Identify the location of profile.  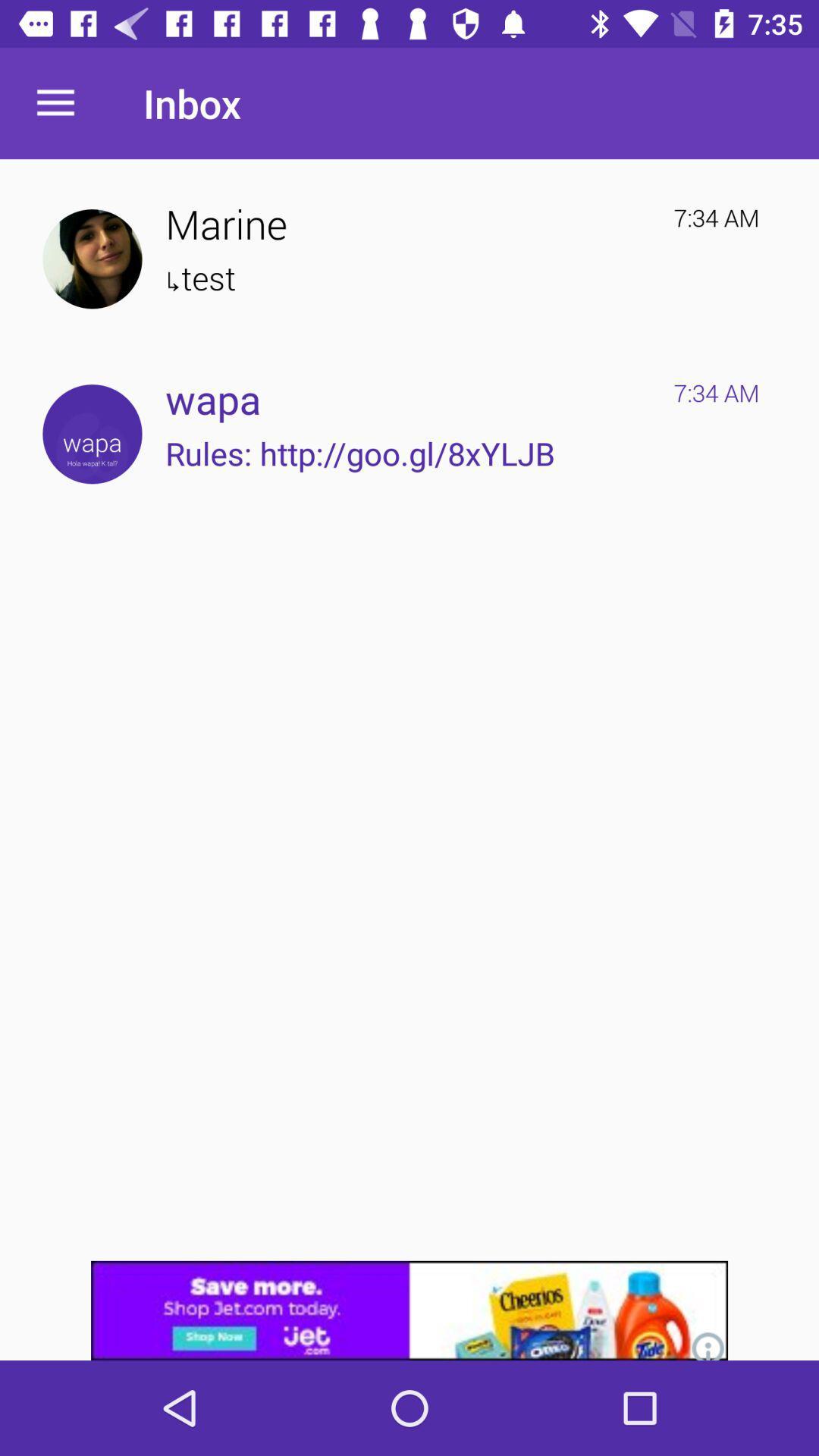
(92, 259).